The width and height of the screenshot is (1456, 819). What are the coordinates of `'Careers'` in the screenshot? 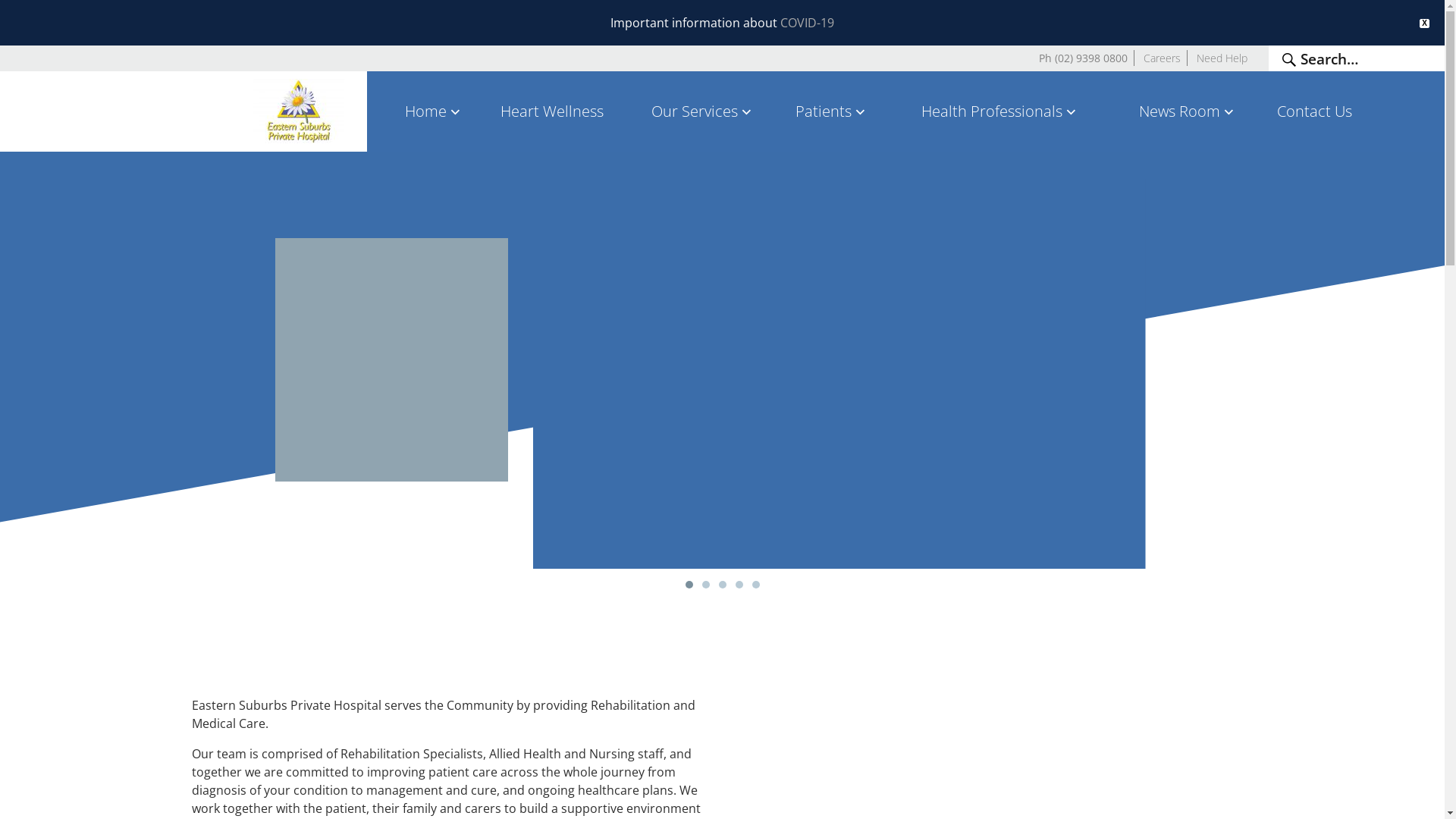 It's located at (1143, 57).